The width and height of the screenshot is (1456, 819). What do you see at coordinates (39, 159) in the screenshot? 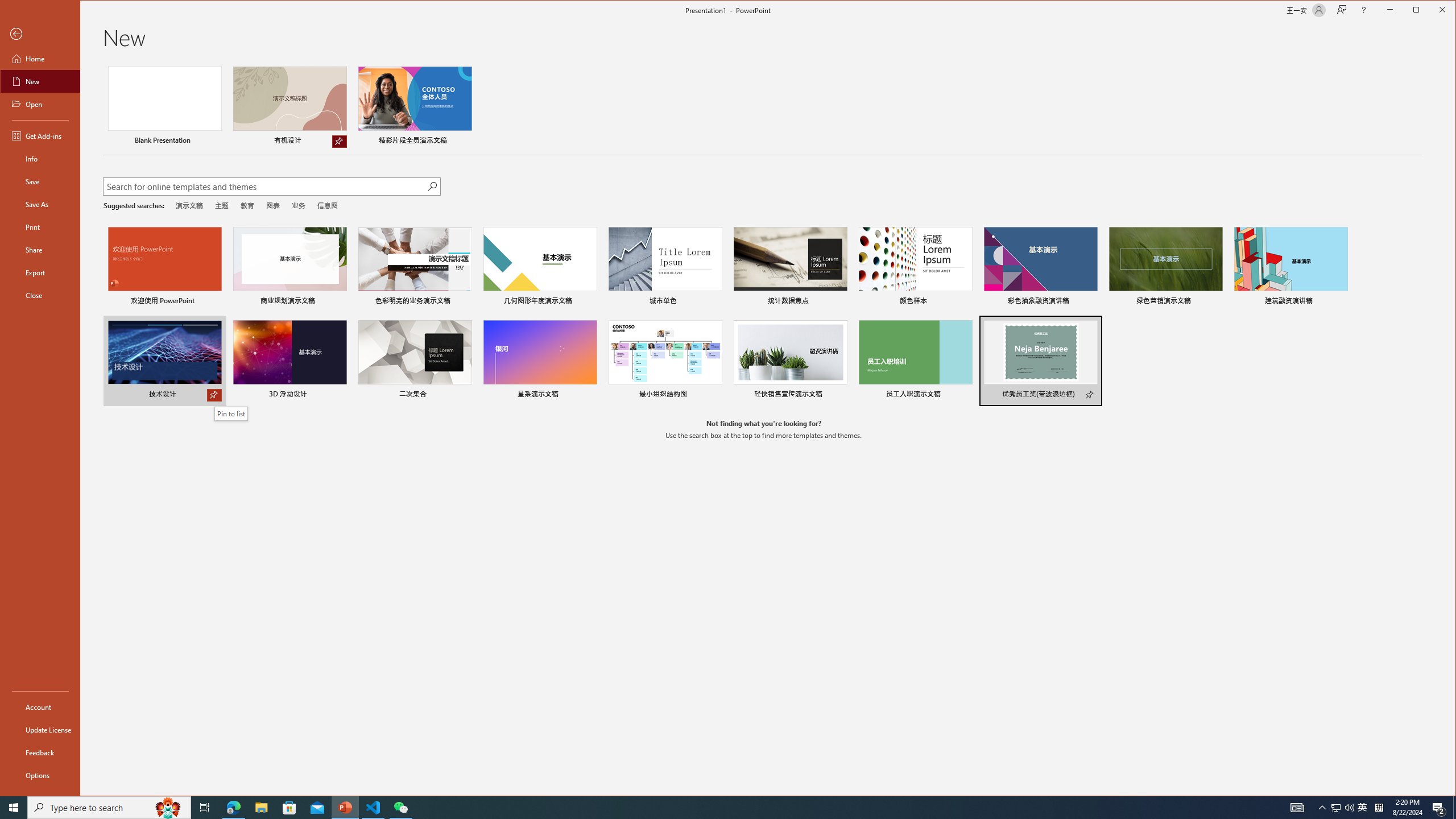
I see `'Info'` at bounding box center [39, 159].